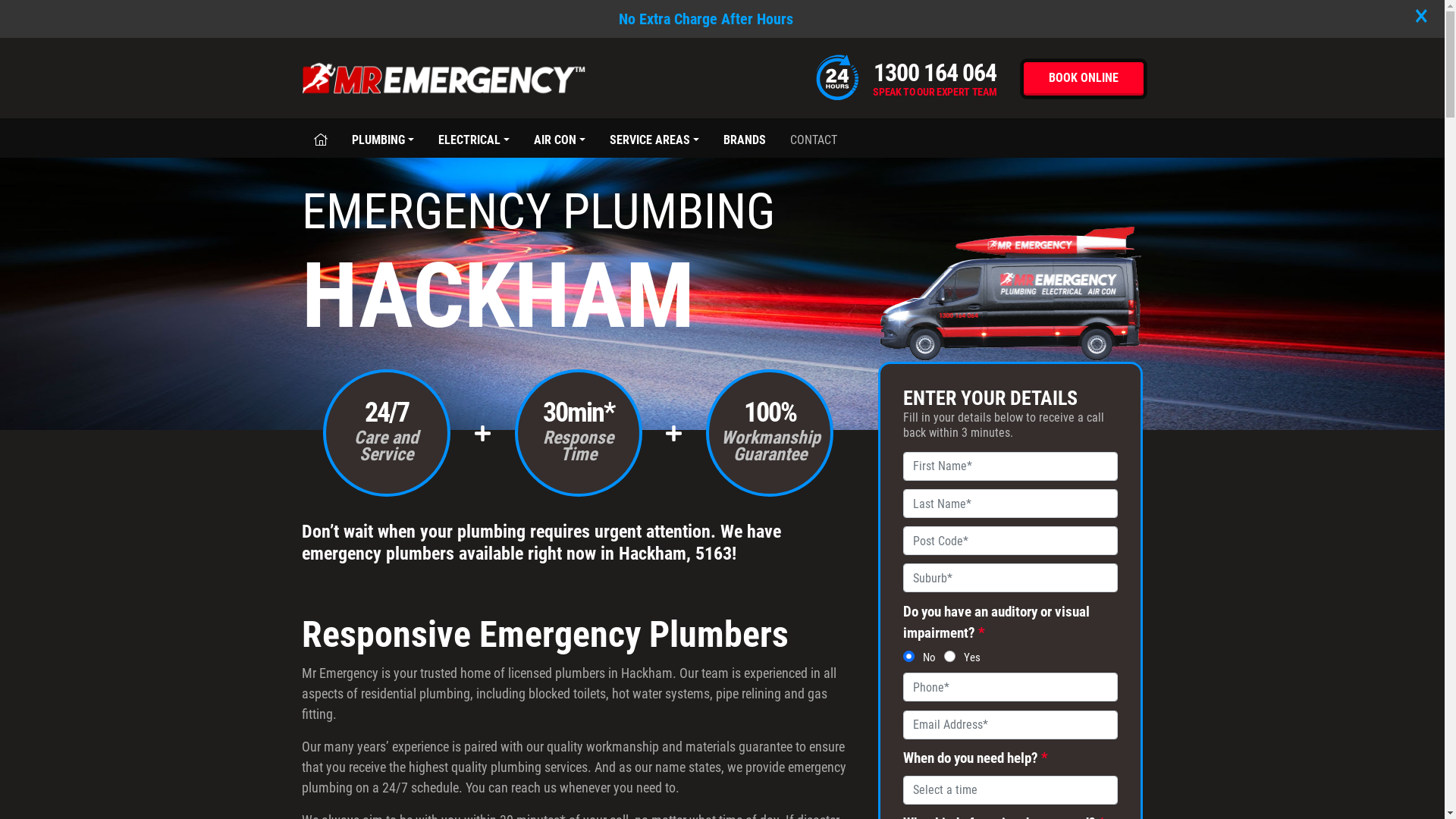 The width and height of the screenshot is (1456, 819). Describe the element at coordinates (1083, 79) in the screenshot. I see `'BOOK ONLINE'` at that location.